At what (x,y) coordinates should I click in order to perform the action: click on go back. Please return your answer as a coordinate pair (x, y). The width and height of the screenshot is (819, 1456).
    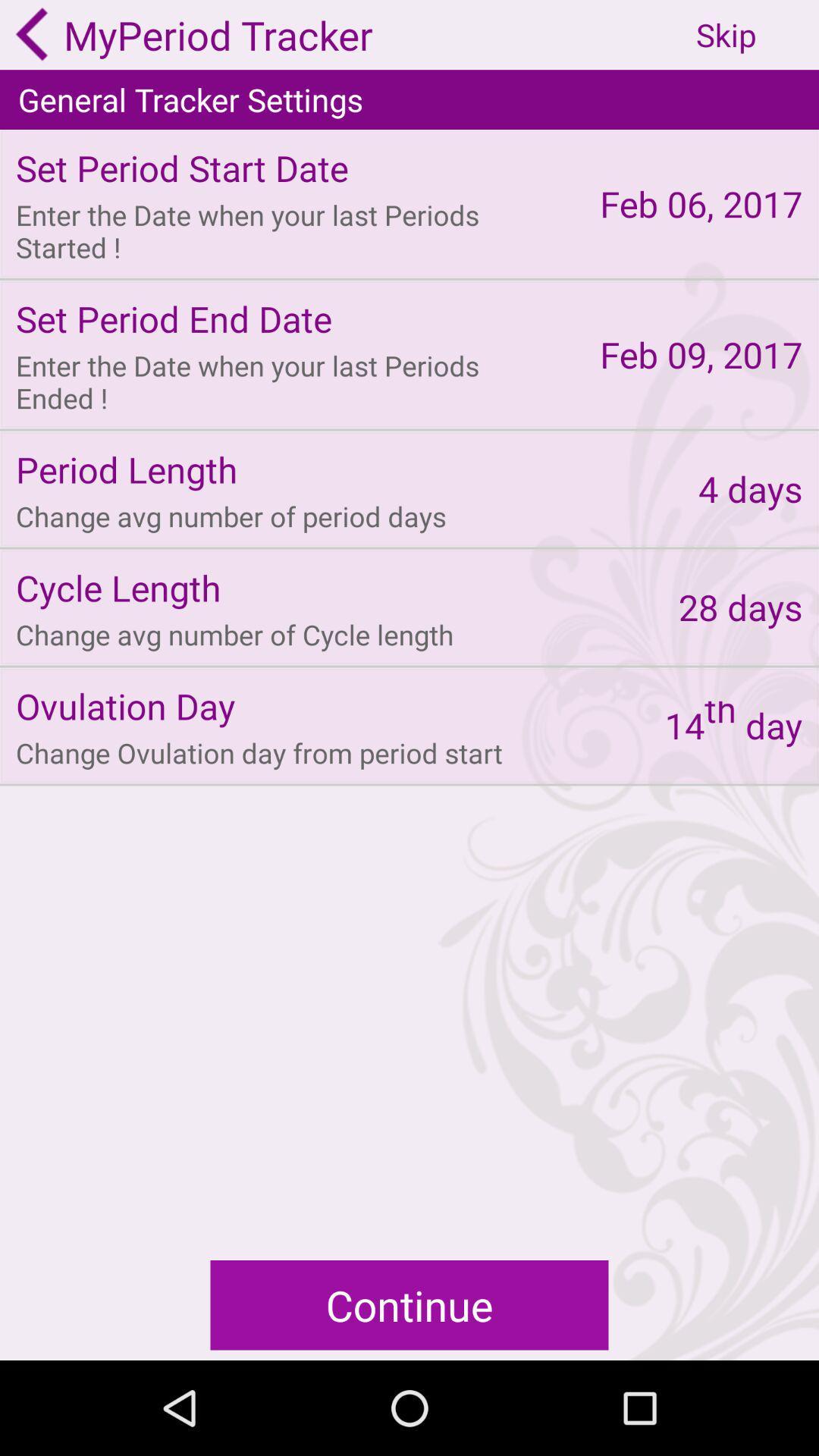
    Looking at the image, I should click on (32, 34).